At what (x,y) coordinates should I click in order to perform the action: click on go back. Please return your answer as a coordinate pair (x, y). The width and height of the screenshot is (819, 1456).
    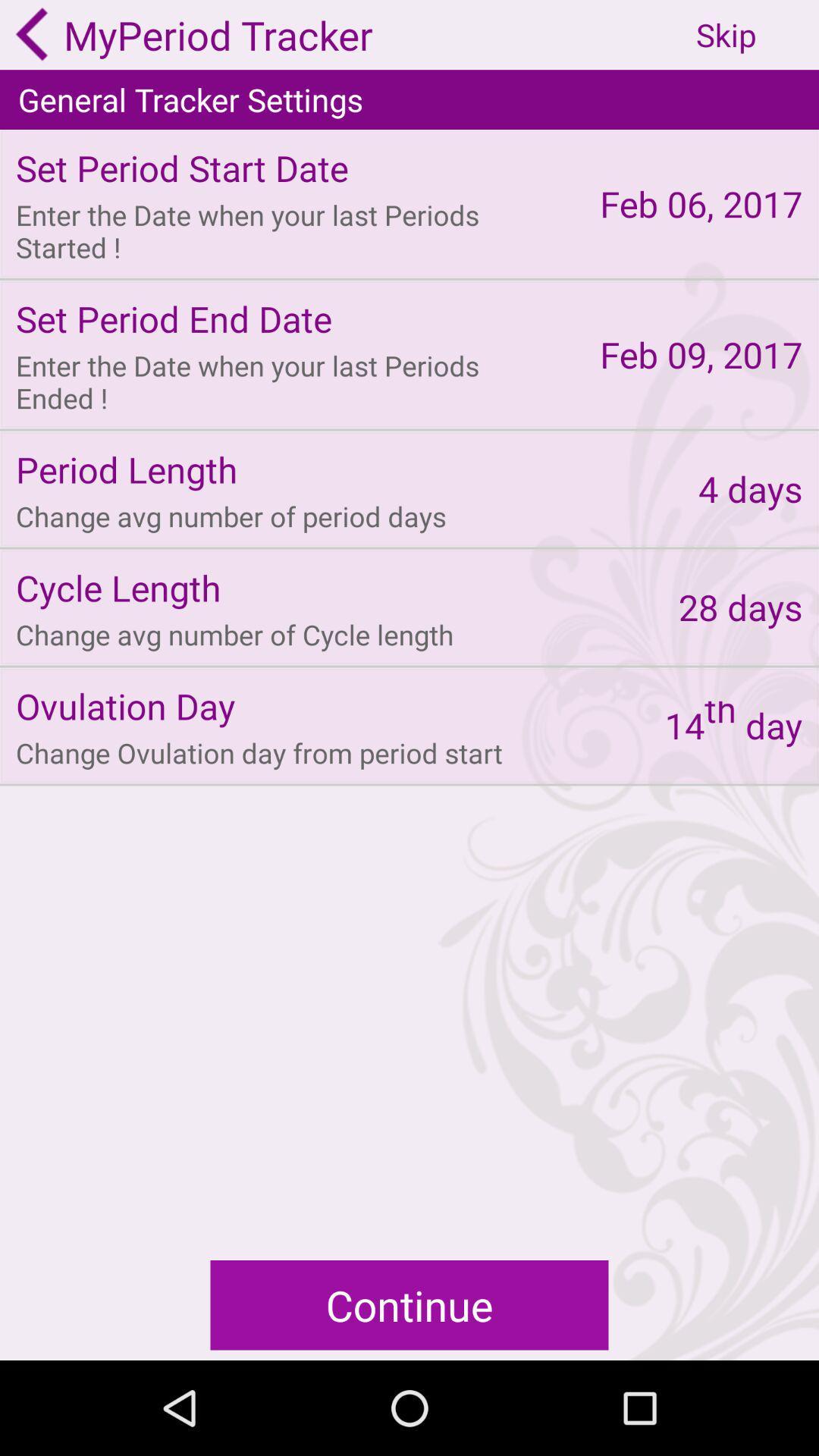
    Looking at the image, I should click on (32, 34).